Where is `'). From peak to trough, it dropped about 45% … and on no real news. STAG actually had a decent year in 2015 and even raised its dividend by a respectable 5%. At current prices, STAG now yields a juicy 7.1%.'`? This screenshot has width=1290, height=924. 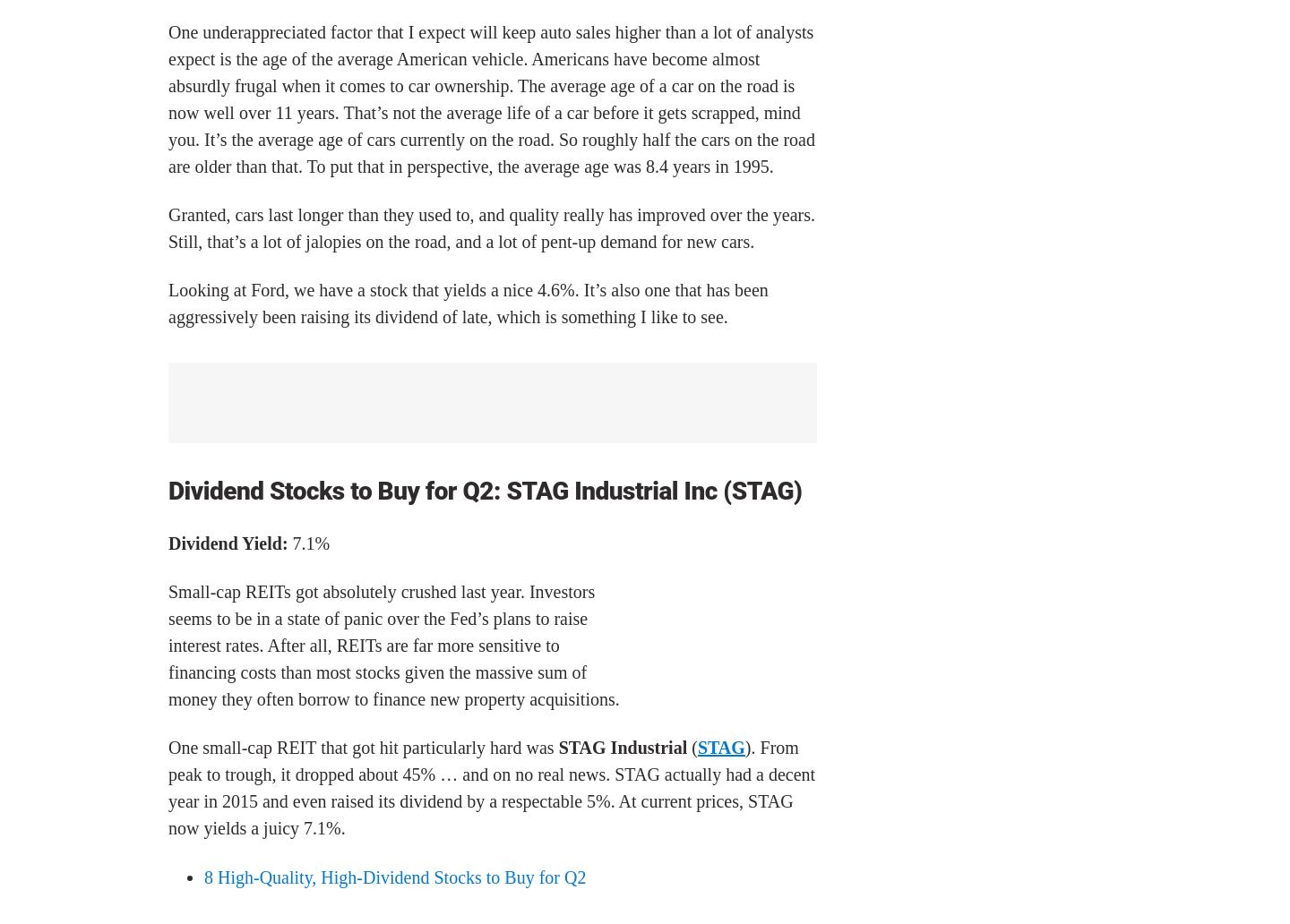
'). From peak to trough, it dropped about 45% … and on no real news. STAG actually had a decent year in 2015 and even raised its dividend by a respectable 5%. At current prices, STAG now yields a juicy 7.1%.' is located at coordinates (491, 786).